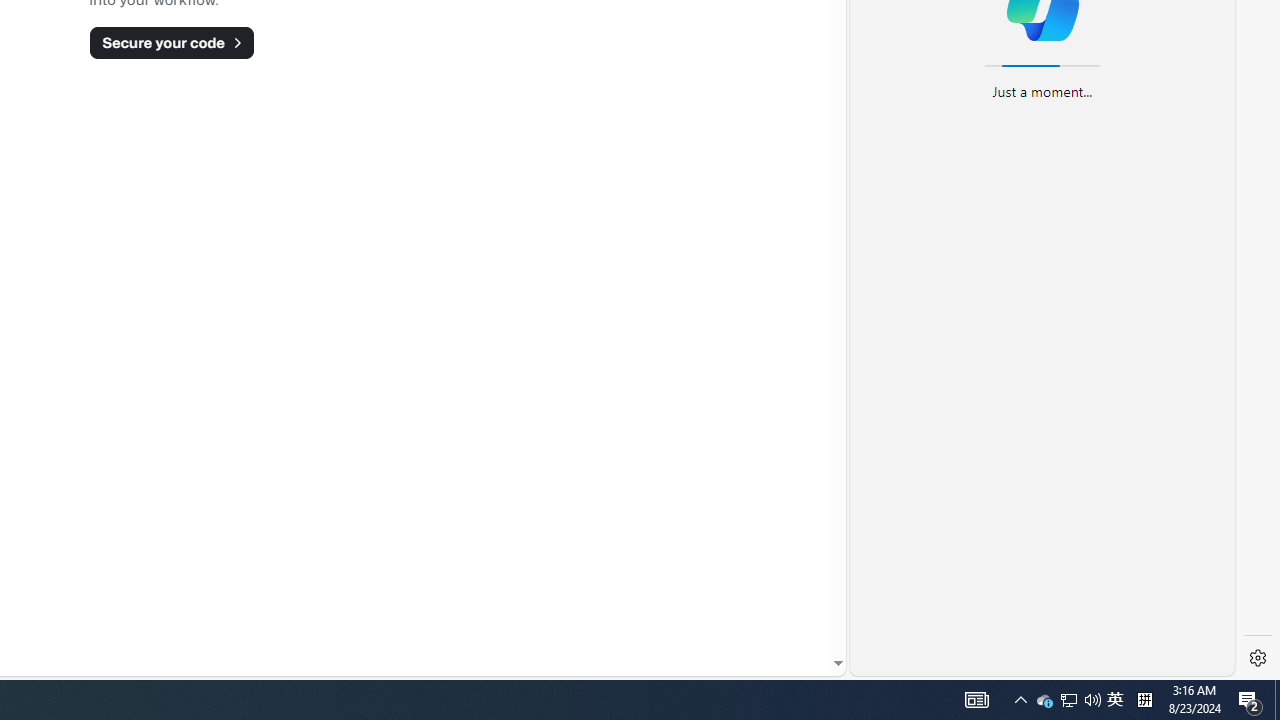 This screenshot has width=1280, height=720. I want to click on 'Secure your code', so click(171, 42).